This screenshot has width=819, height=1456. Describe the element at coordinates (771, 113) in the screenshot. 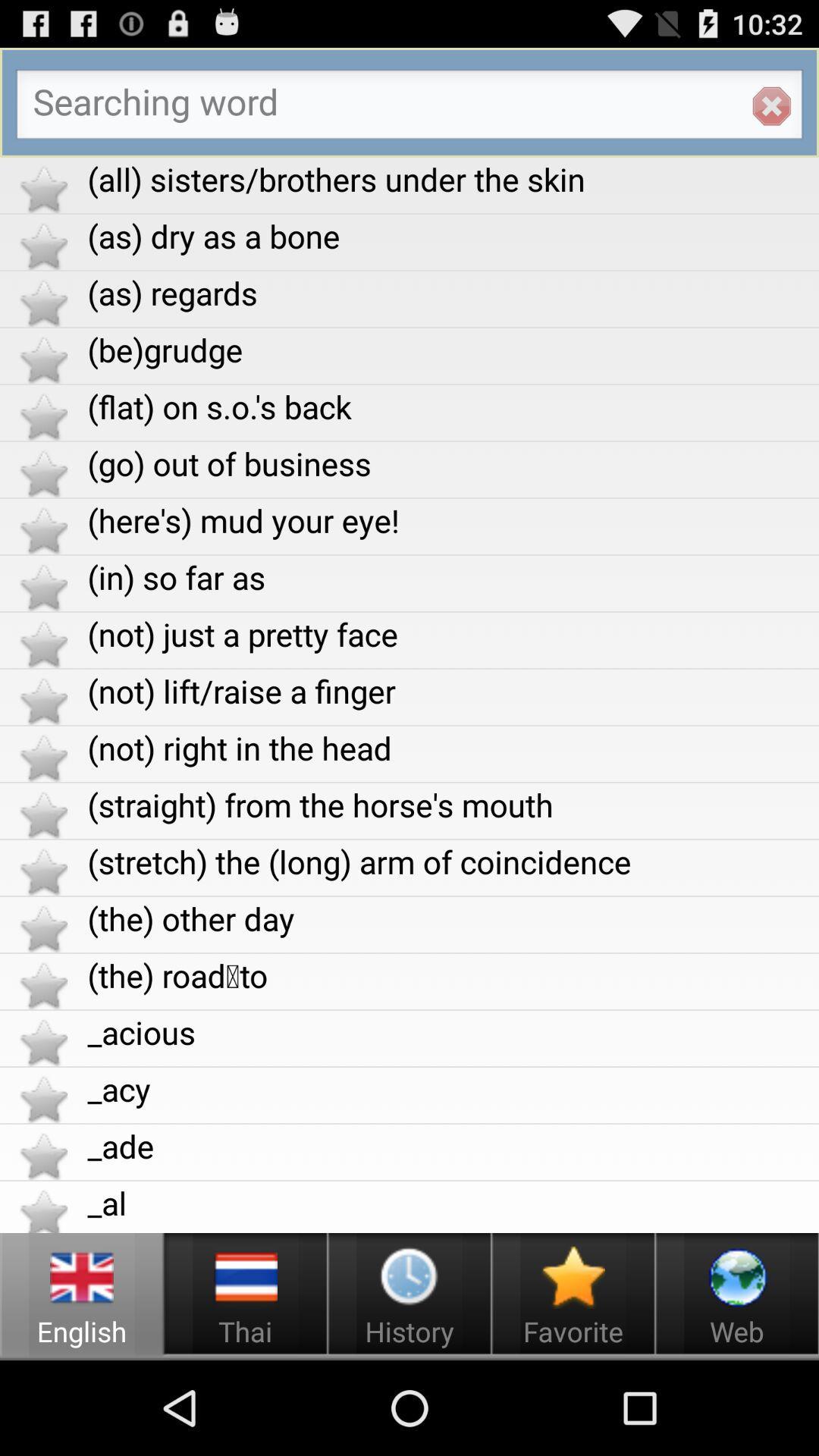

I see `the close icon` at that location.